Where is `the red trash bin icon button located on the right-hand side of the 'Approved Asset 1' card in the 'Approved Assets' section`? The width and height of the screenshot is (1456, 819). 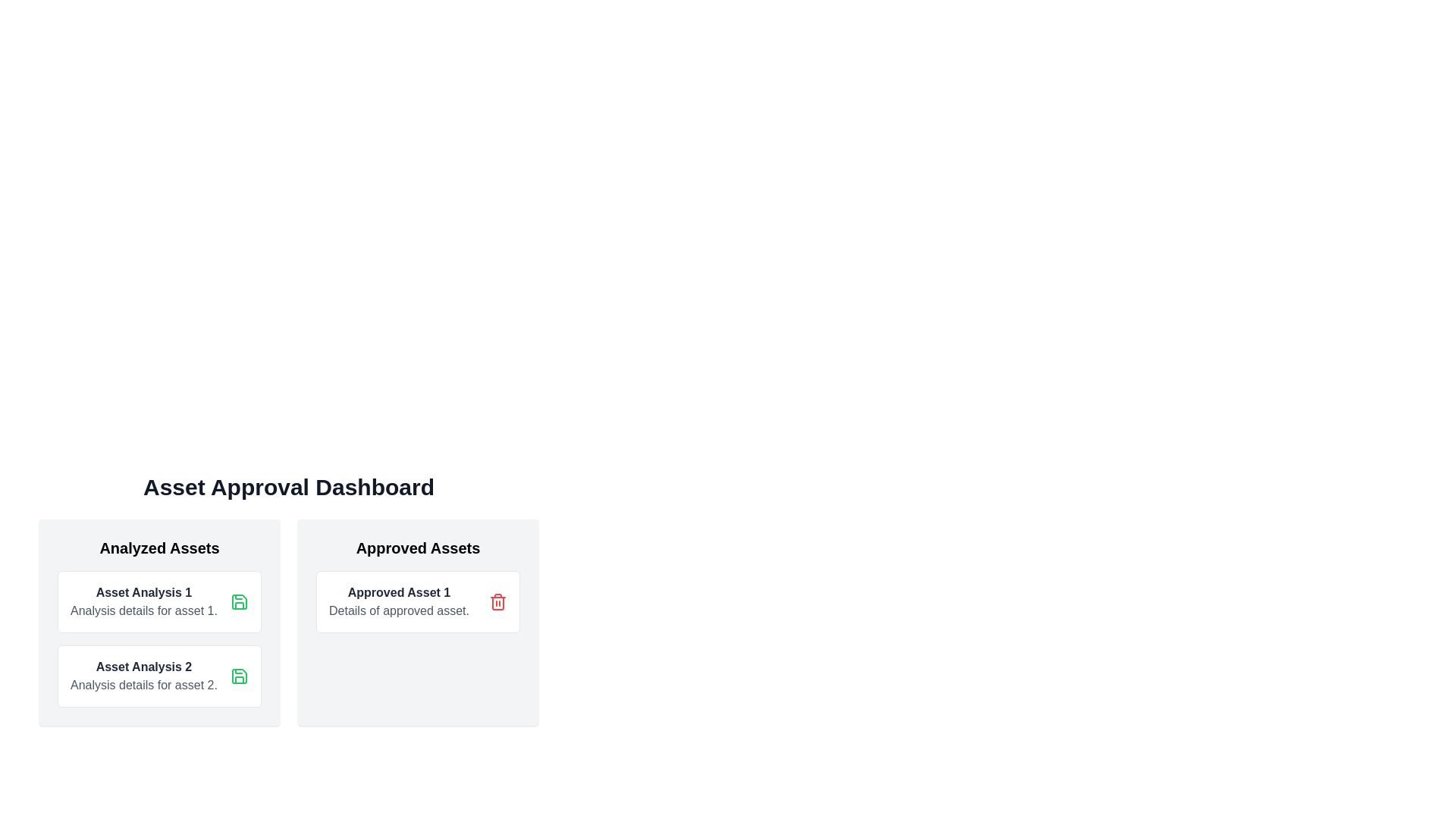
the red trash bin icon button located on the right-hand side of the 'Approved Asset 1' card in the 'Approved Assets' section is located at coordinates (498, 601).